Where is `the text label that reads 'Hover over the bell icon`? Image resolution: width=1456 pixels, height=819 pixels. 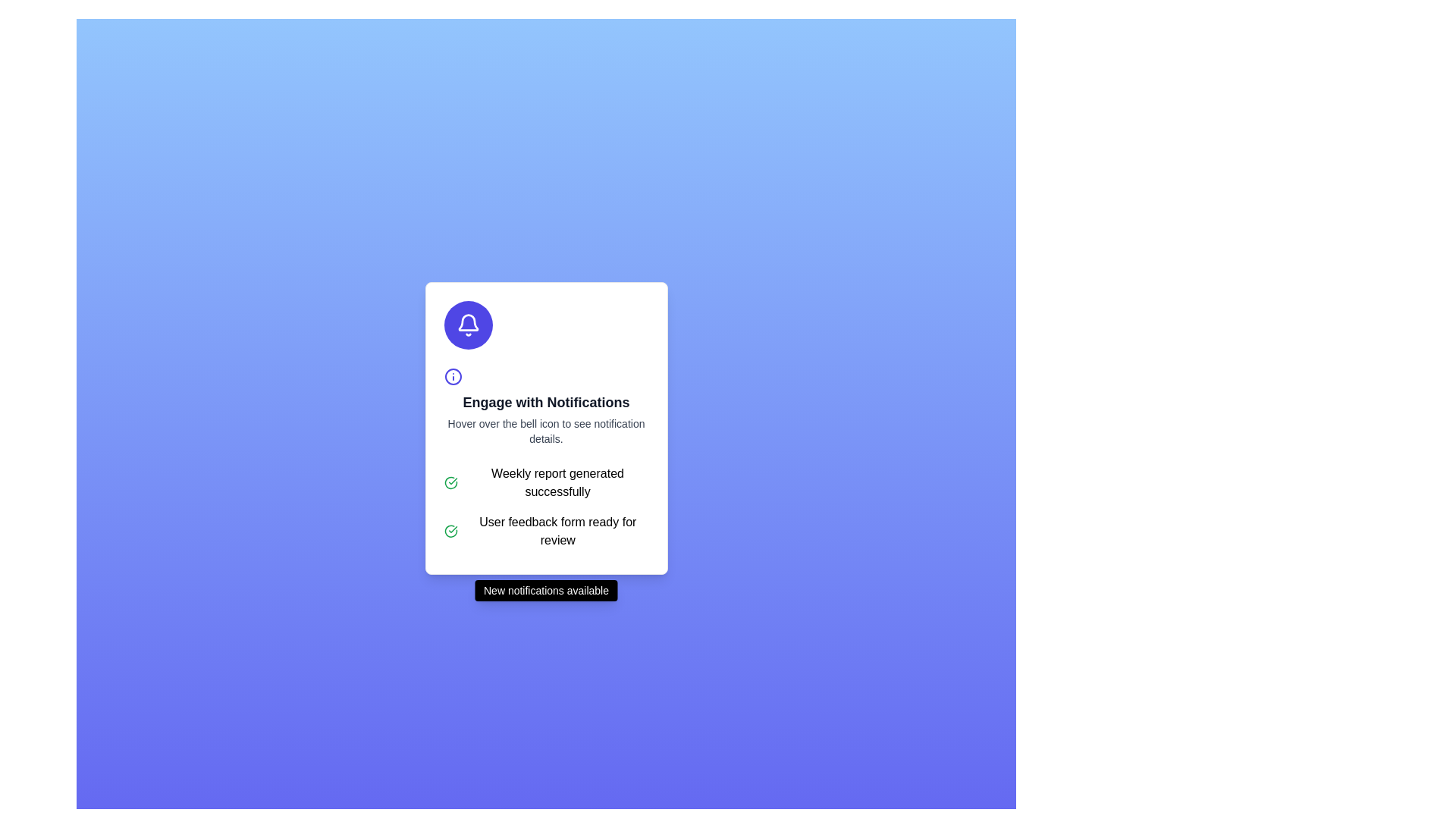
the text label that reads 'Hover over the bell icon is located at coordinates (546, 431).